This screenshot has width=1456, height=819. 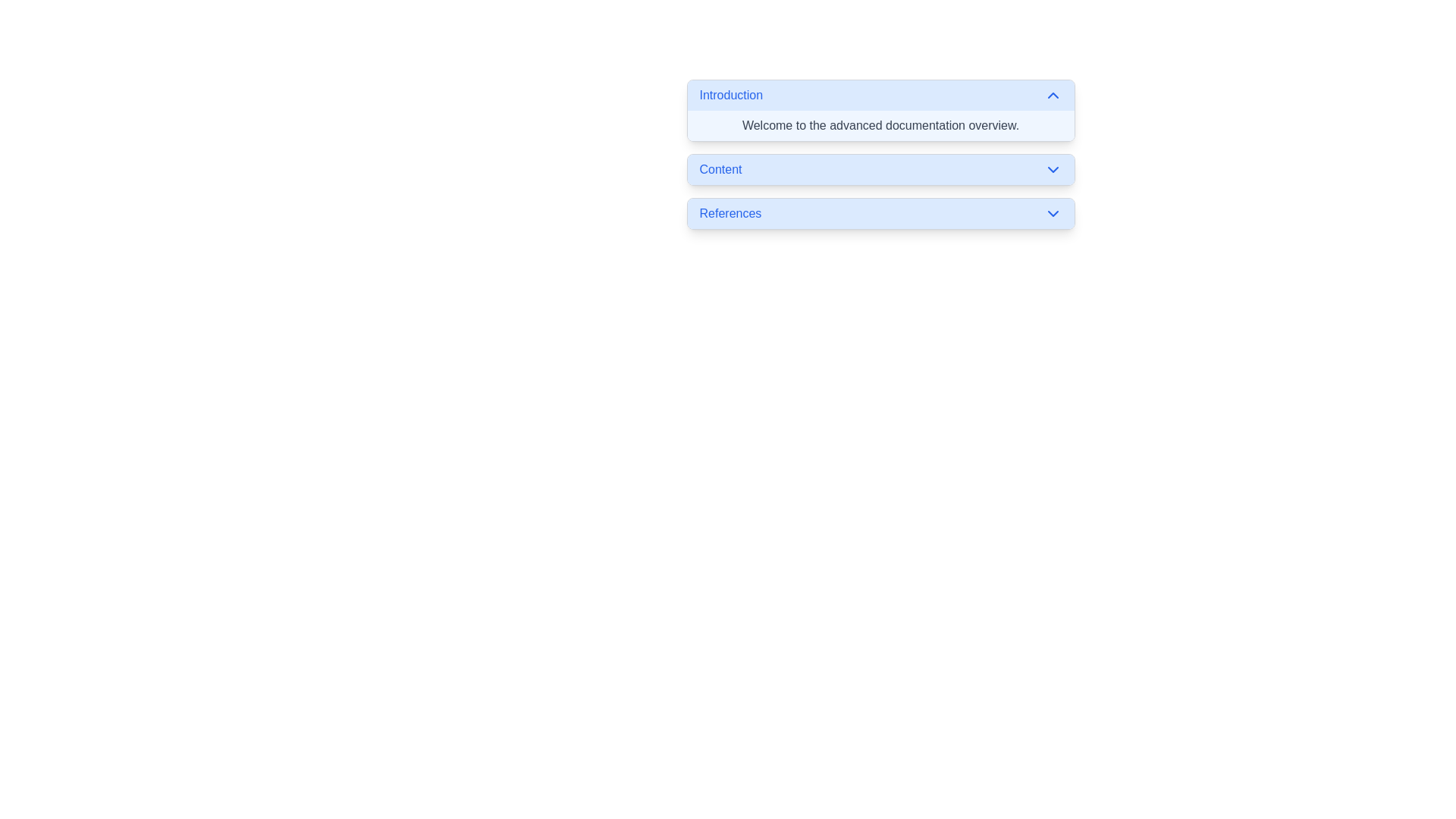 I want to click on the second Collapsible Section Header, so click(x=880, y=155).